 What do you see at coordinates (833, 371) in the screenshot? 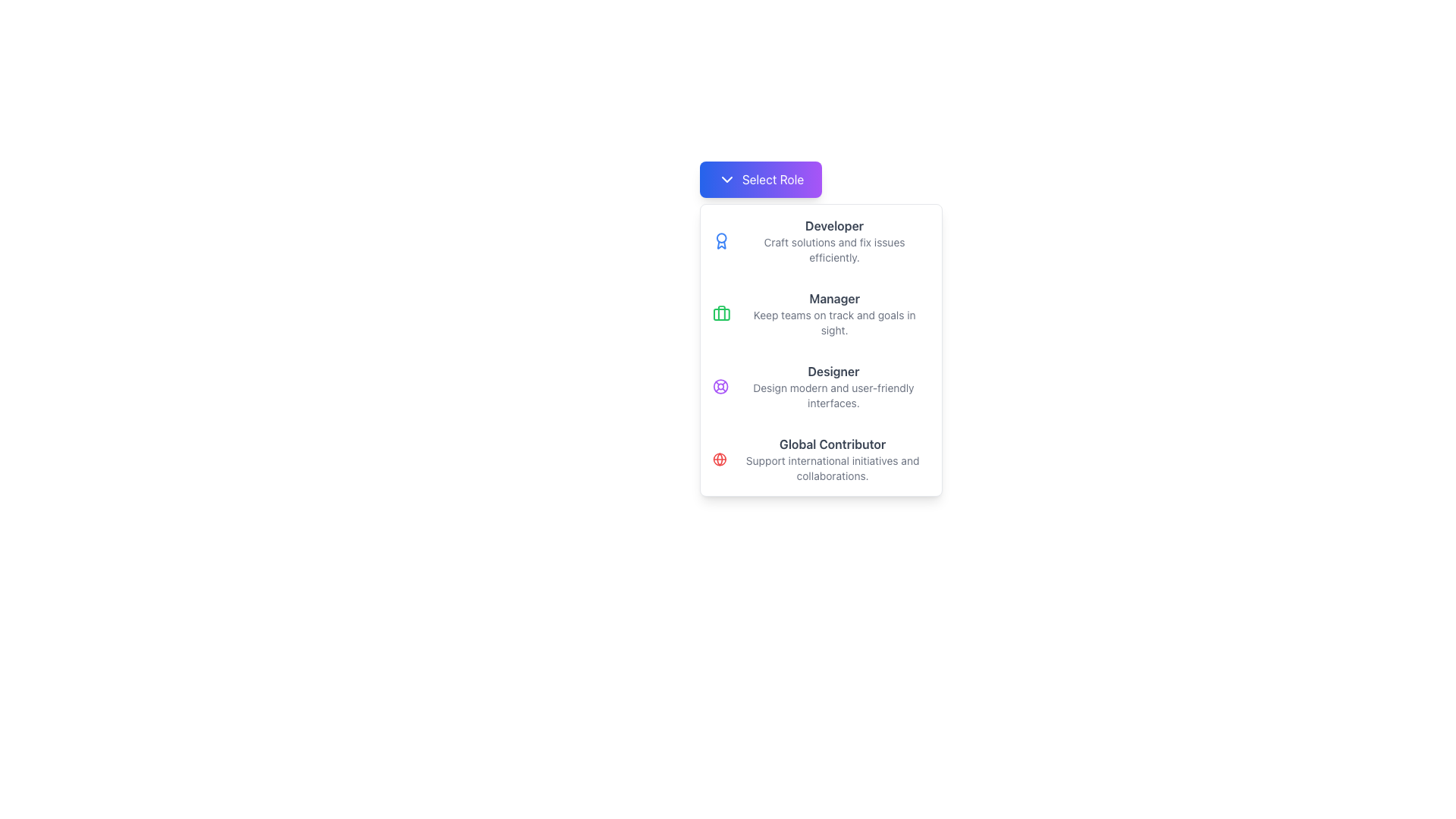
I see `the 'Designer' text label in the vertical menu` at bounding box center [833, 371].